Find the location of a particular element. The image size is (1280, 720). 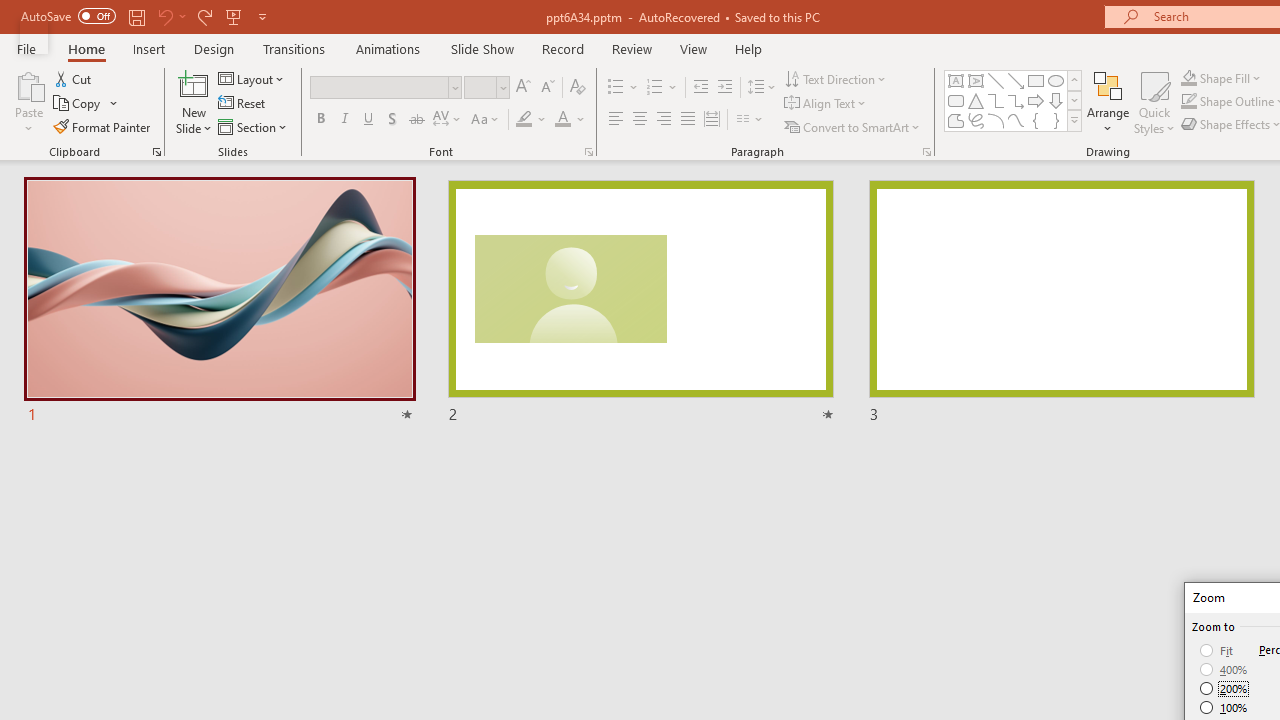

'Align Text' is located at coordinates (826, 103).